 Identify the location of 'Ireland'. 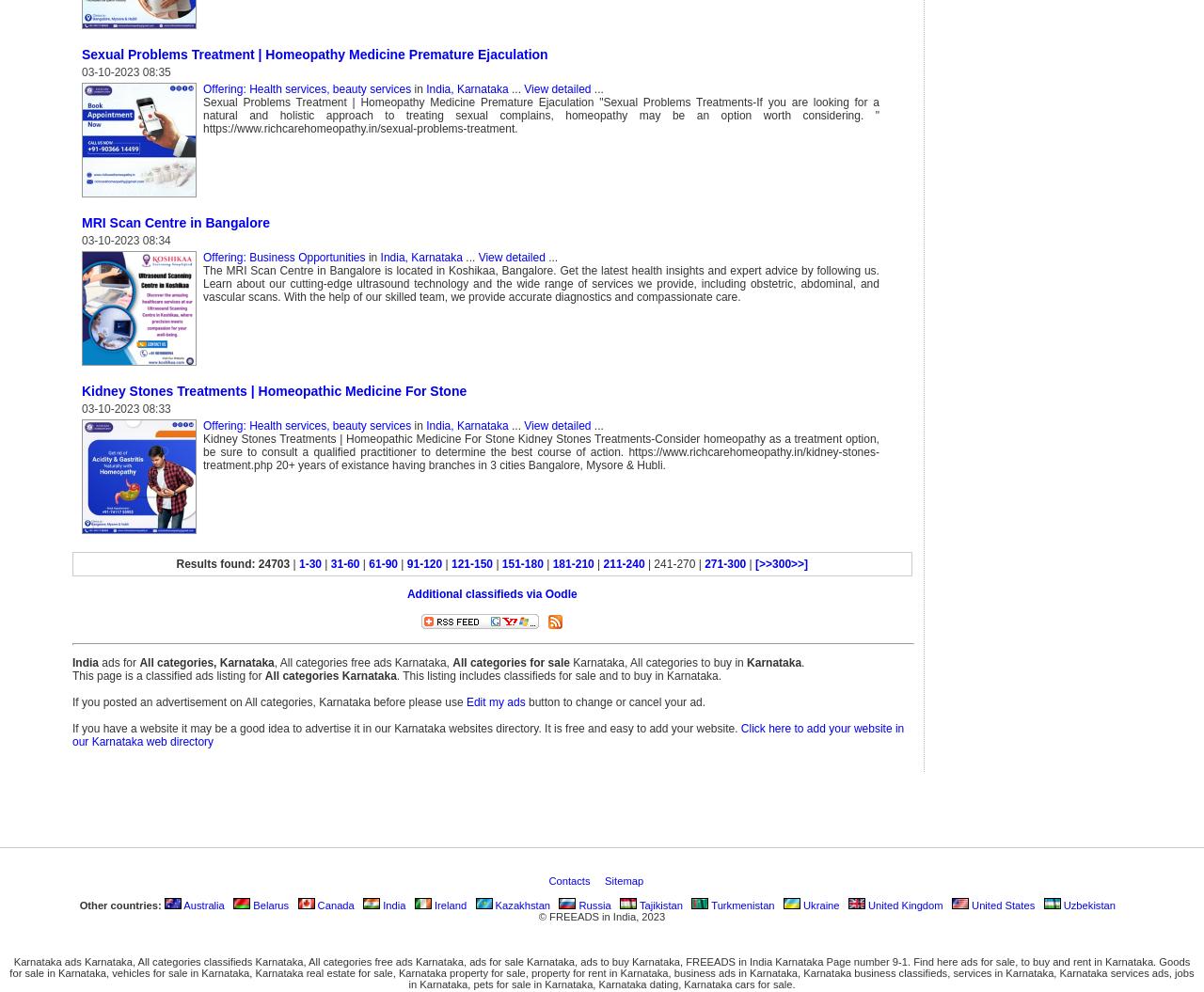
(448, 904).